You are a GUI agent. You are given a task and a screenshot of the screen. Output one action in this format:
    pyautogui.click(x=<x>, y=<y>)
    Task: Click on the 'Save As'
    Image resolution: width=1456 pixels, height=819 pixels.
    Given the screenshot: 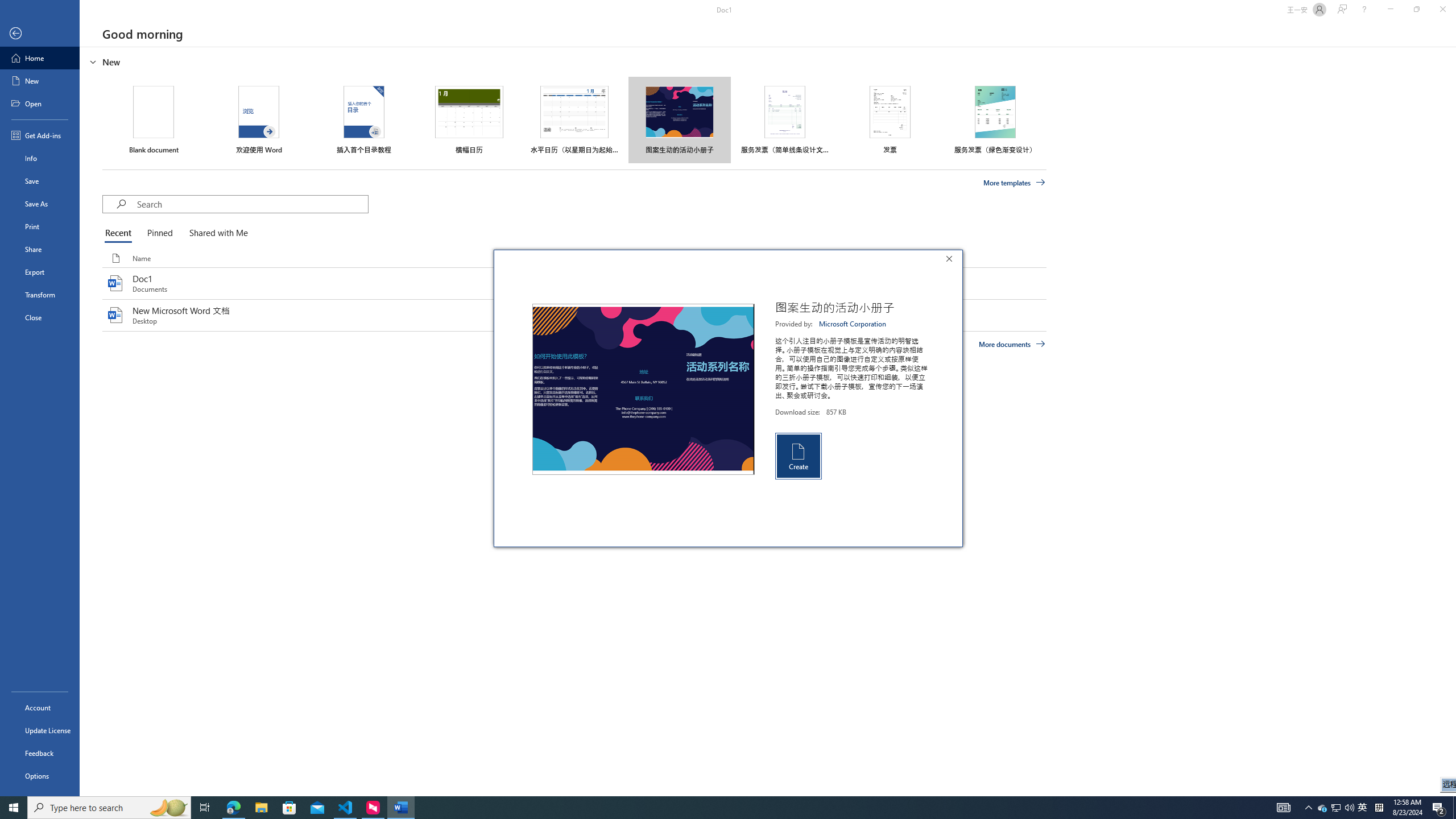 What is the action you would take?
    pyautogui.click(x=39, y=202)
    